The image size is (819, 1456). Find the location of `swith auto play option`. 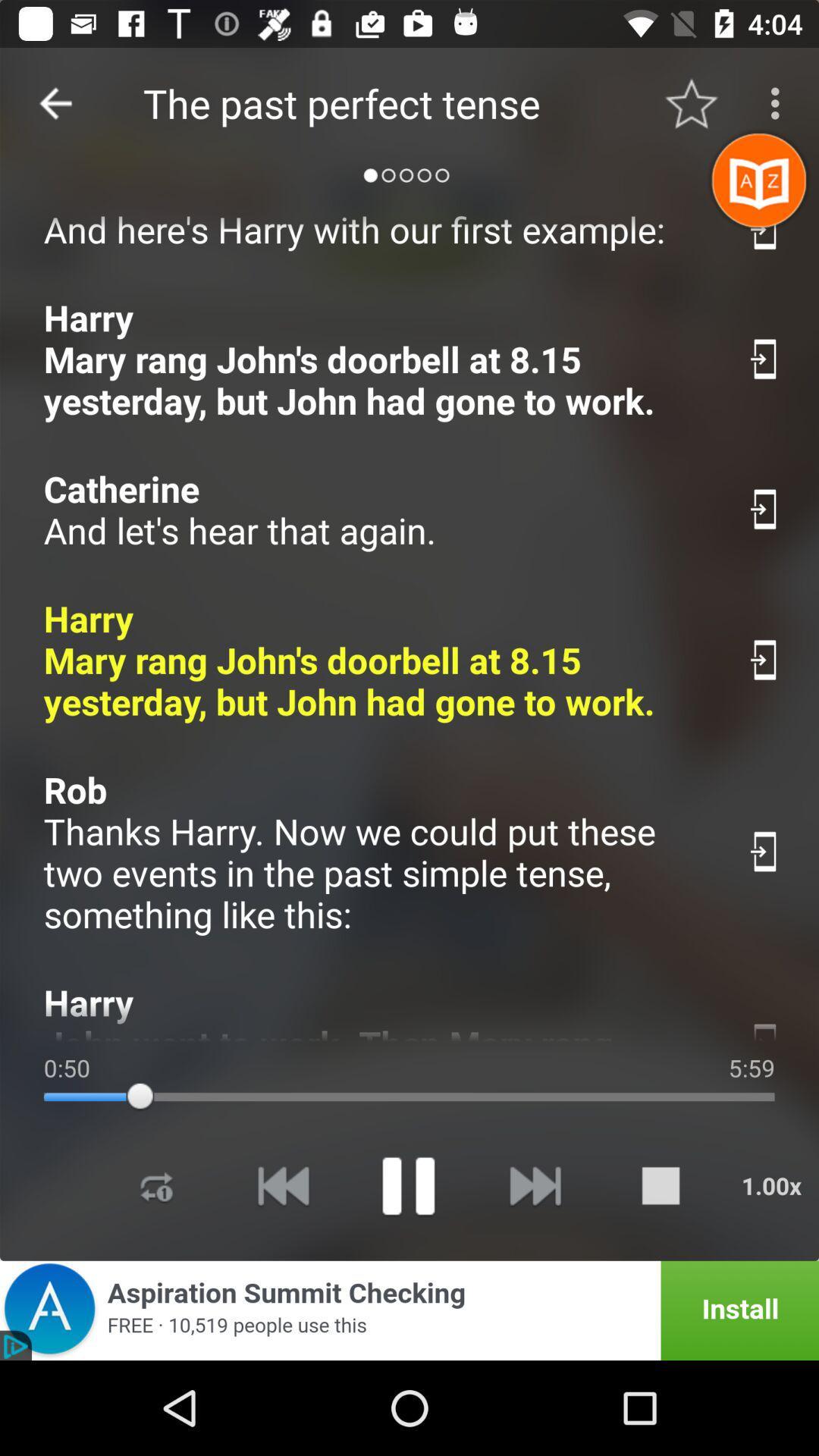

swith auto play option is located at coordinates (765, 509).